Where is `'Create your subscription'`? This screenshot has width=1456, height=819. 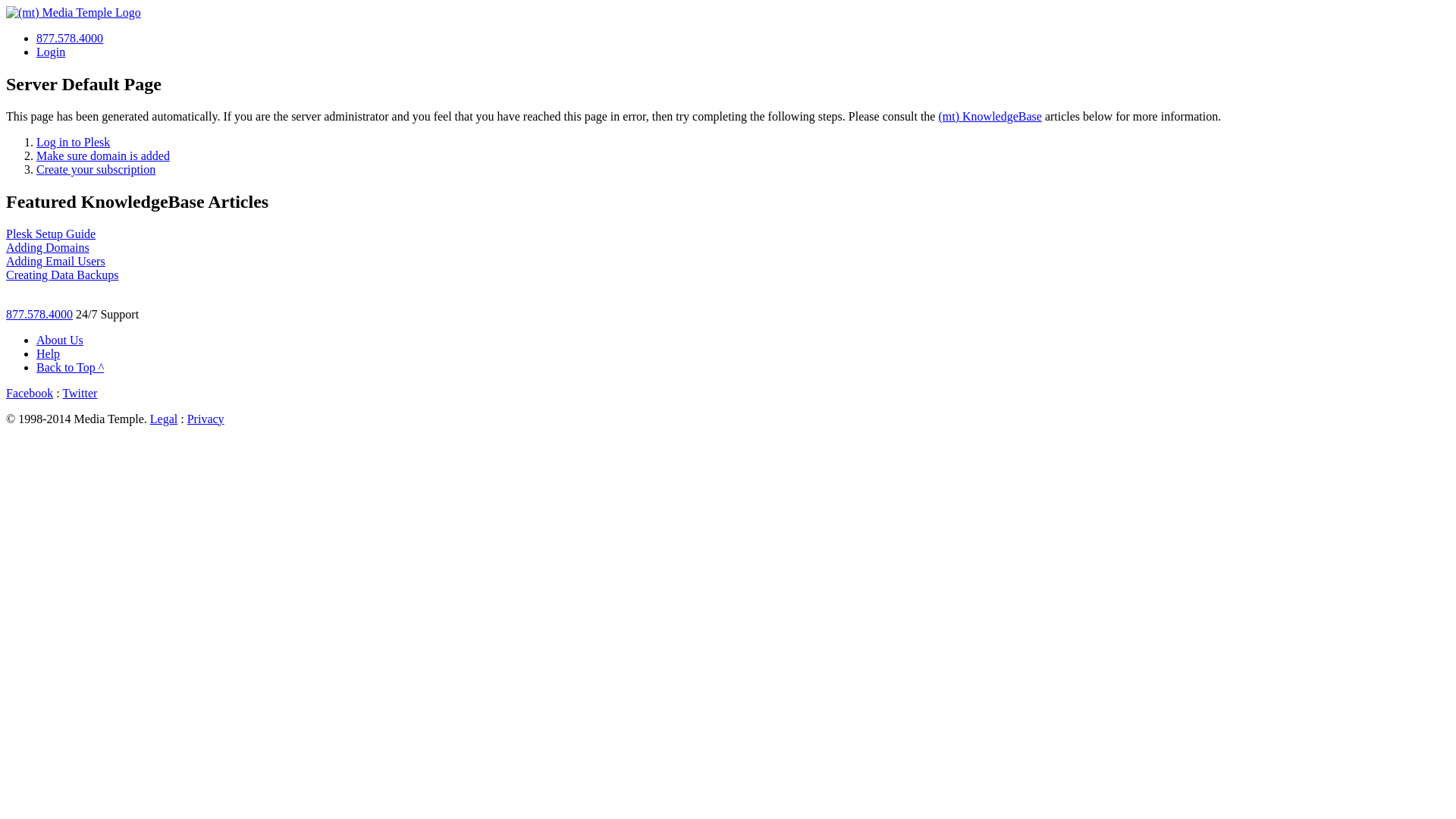 'Create your subscription' is located at coordinates (95, 169).